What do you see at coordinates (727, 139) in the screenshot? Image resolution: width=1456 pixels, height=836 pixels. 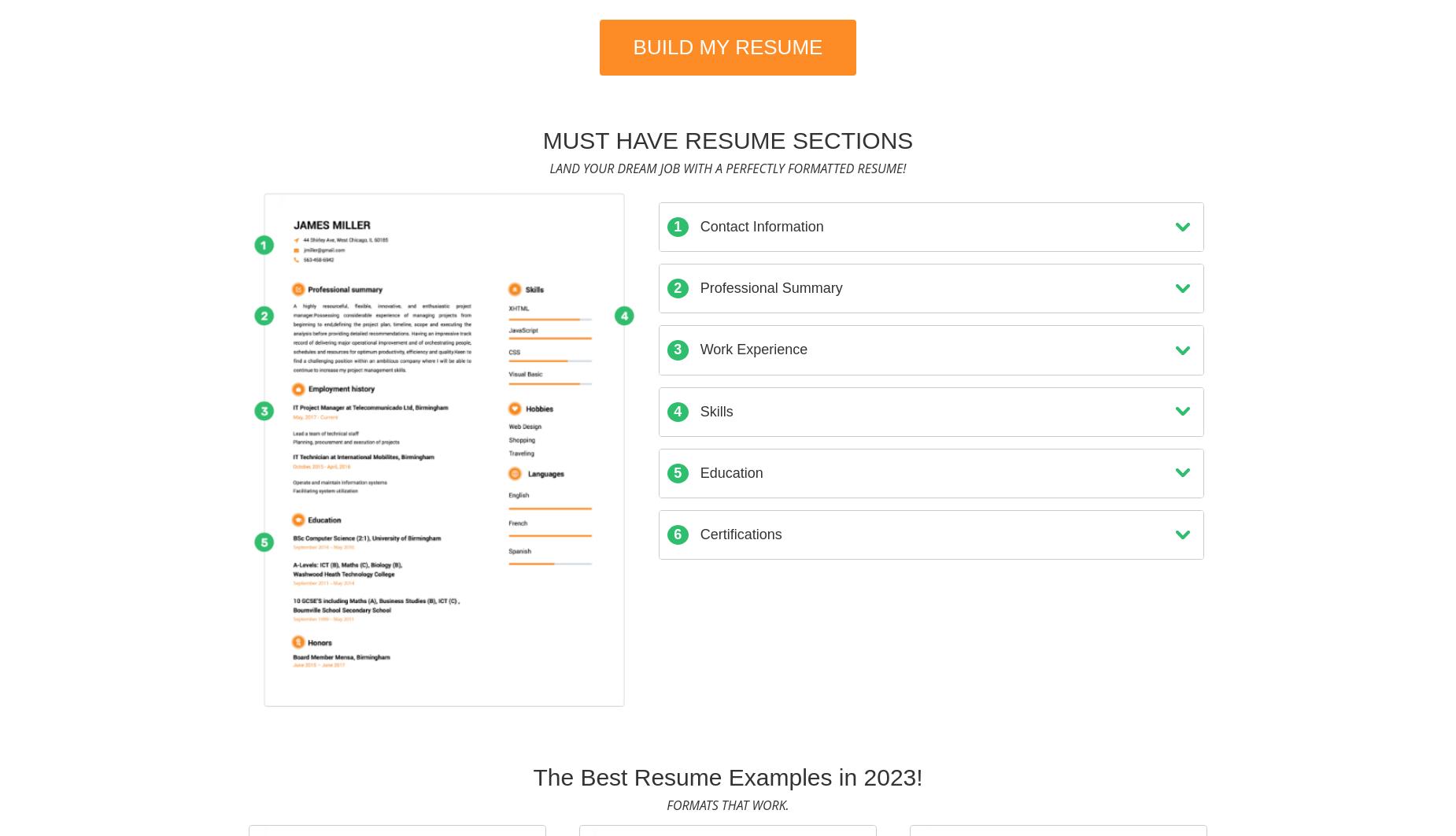 I see `'Must Have Resume Sections'` at bounding box center [727, 139].